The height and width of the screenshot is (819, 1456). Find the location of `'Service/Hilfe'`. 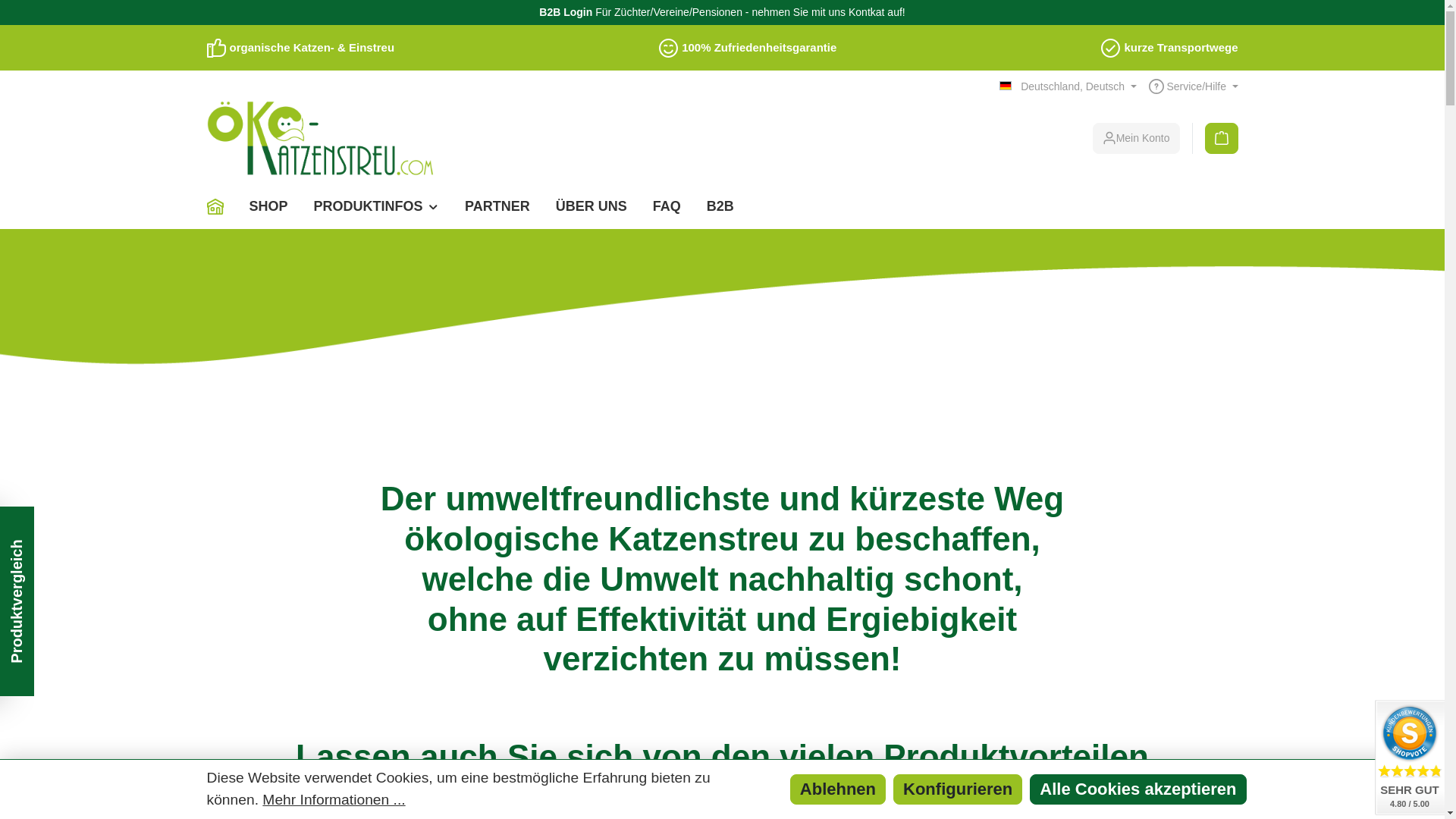

'Service/Hilfe' is located at coordinates (1193, 86).